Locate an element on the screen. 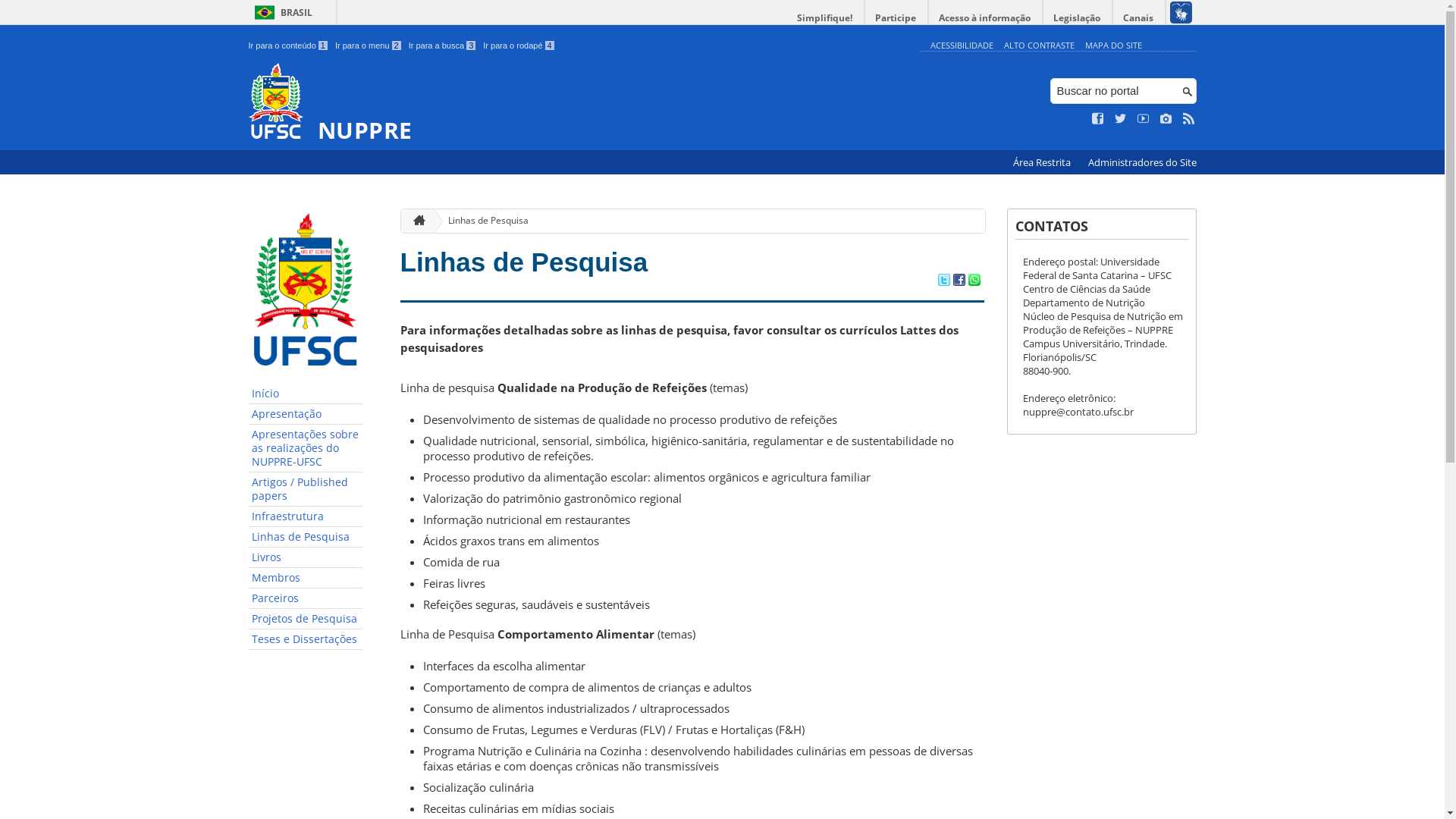 This screenshot has width=1456, height=819. 'Membros' is located at coordinates (305, 578).